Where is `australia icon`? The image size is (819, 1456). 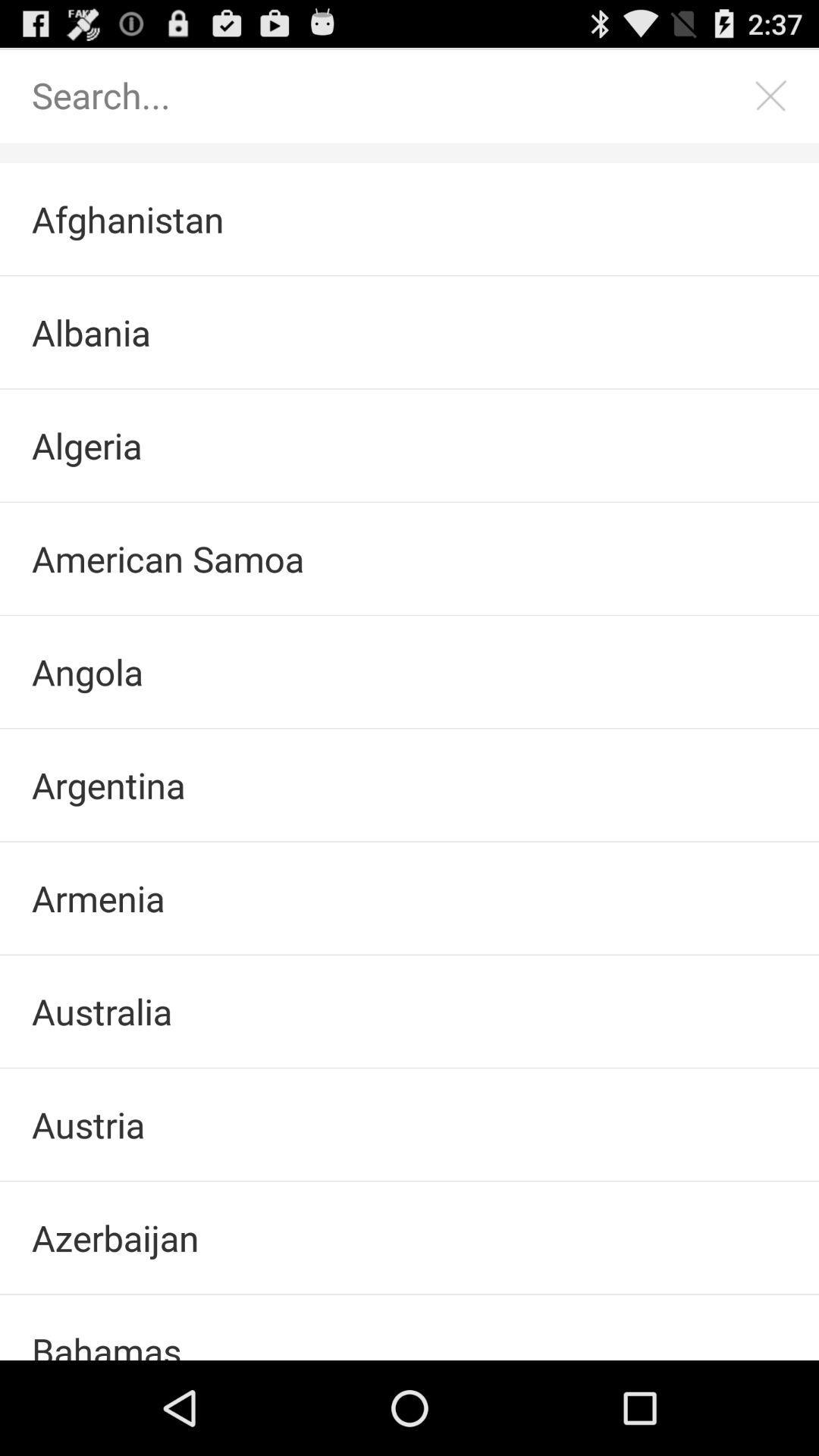 australia icon is located at coordinates (409, 1011).